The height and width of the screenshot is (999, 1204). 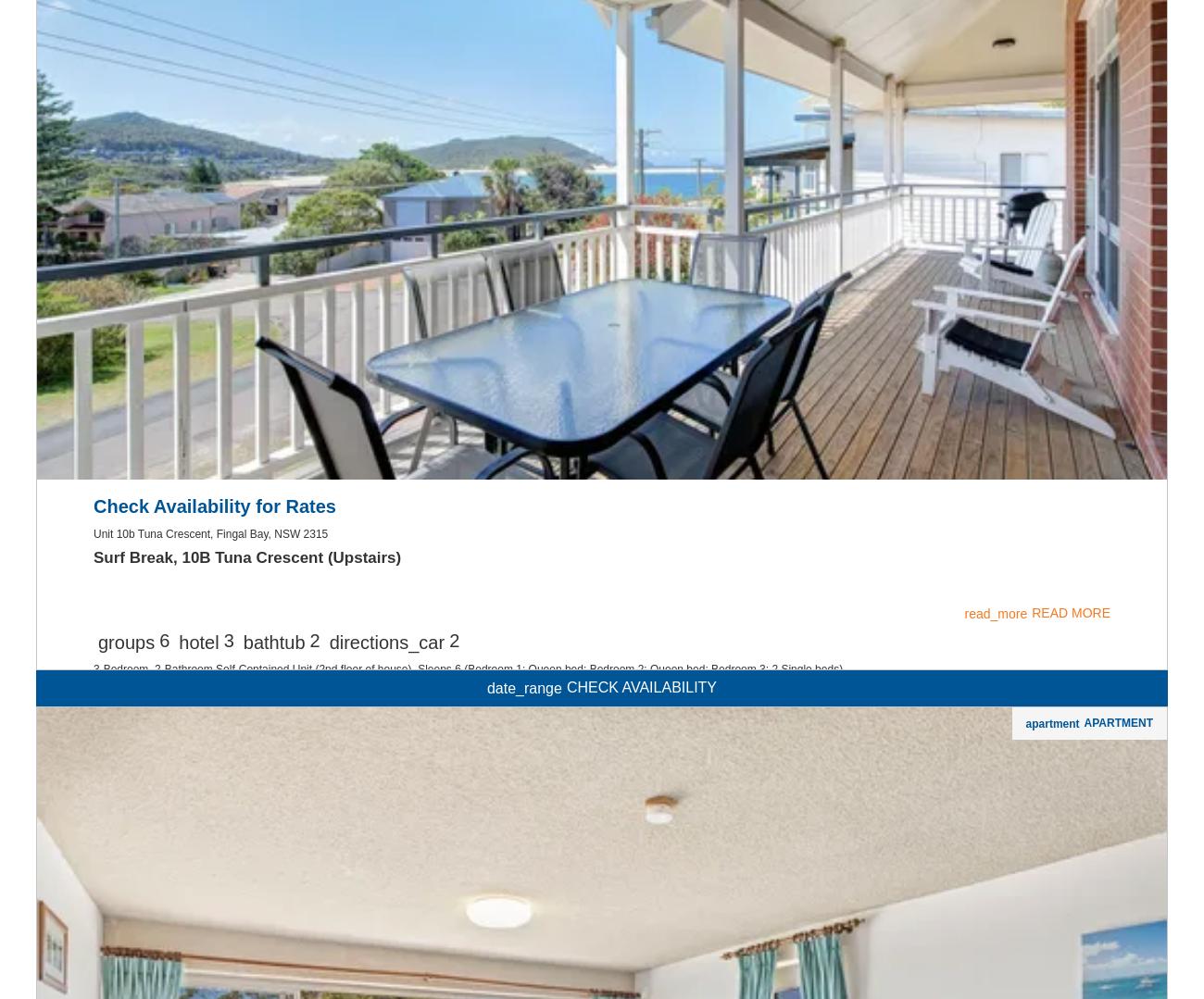 I want to click on 'bathtub', so click(x=241, y=879).